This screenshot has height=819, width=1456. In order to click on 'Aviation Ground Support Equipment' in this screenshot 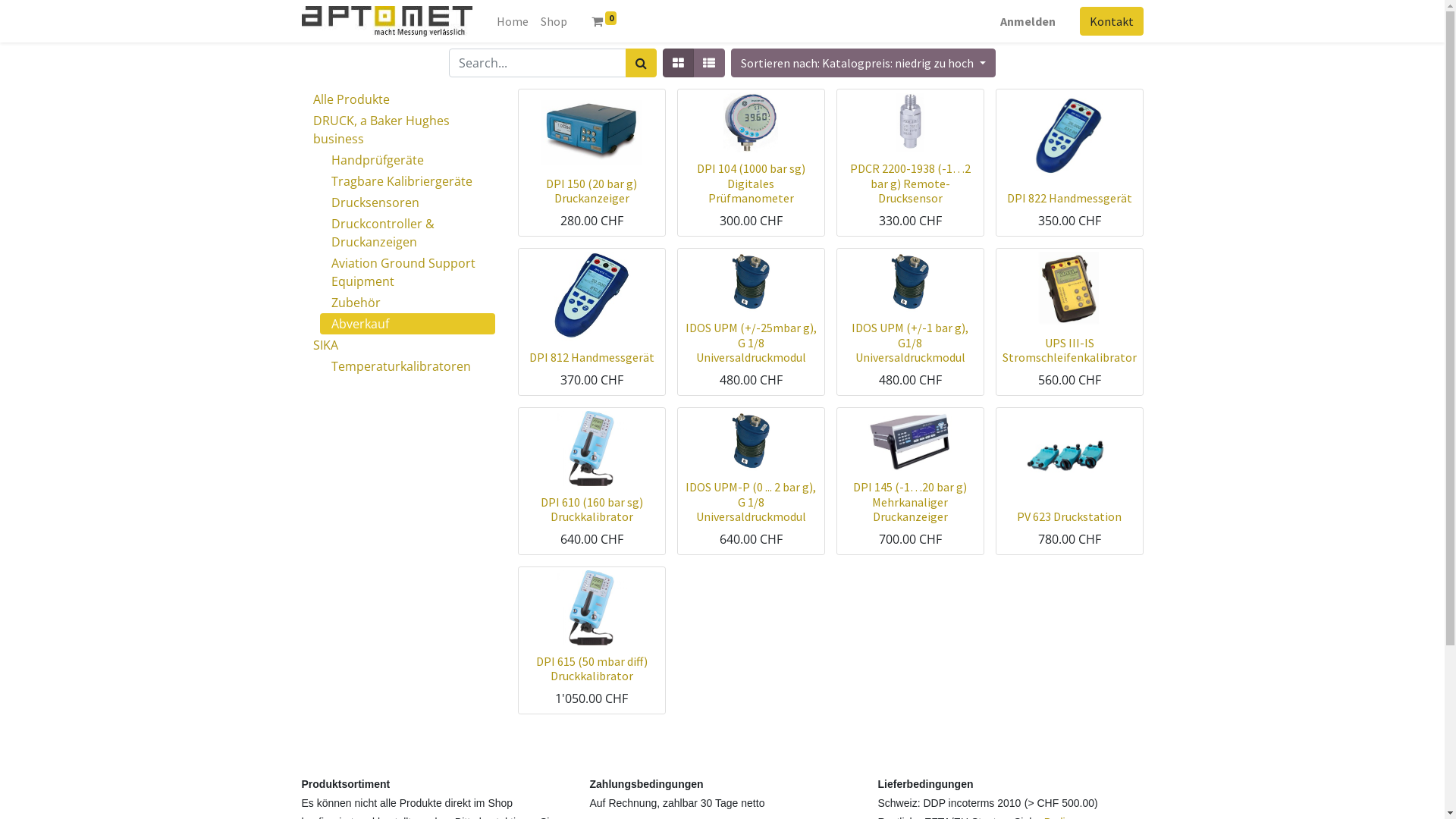, I will do `click(319, 271)`.